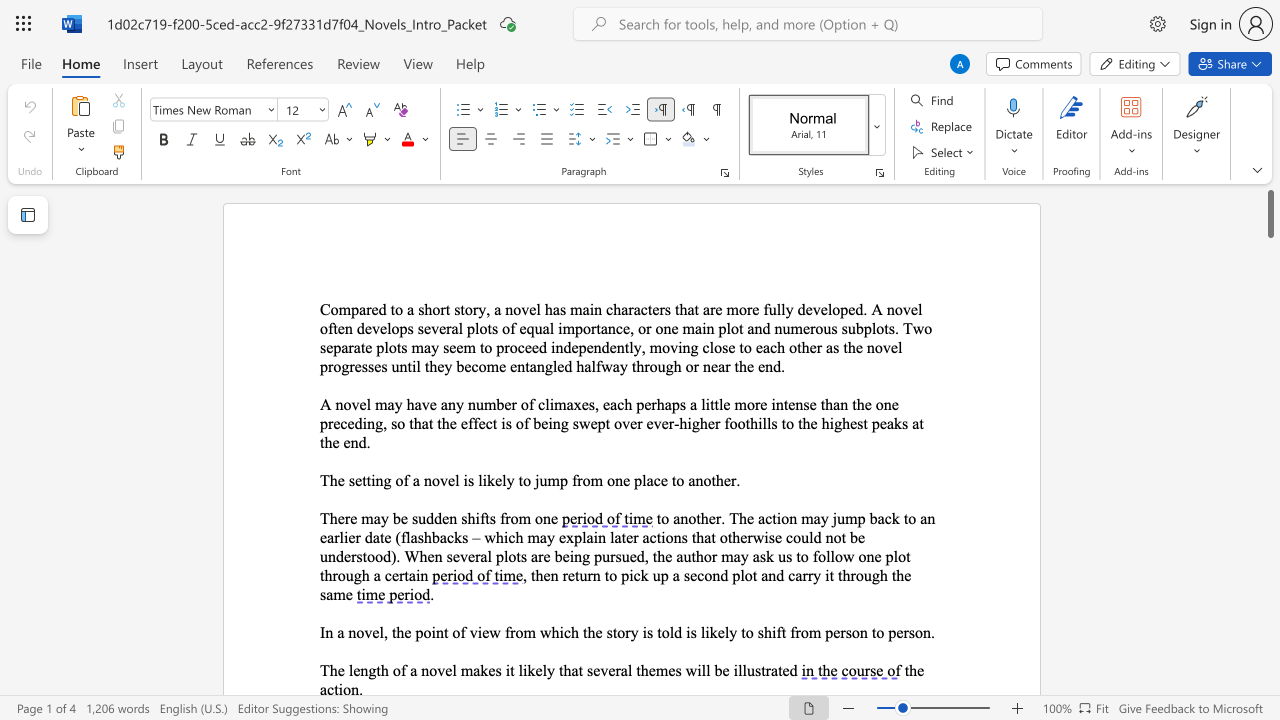  What do you see at coordinates (713, 632) in the screenshot?
I see `the 1th character "k" in the text` at bounding box center [713, 632].